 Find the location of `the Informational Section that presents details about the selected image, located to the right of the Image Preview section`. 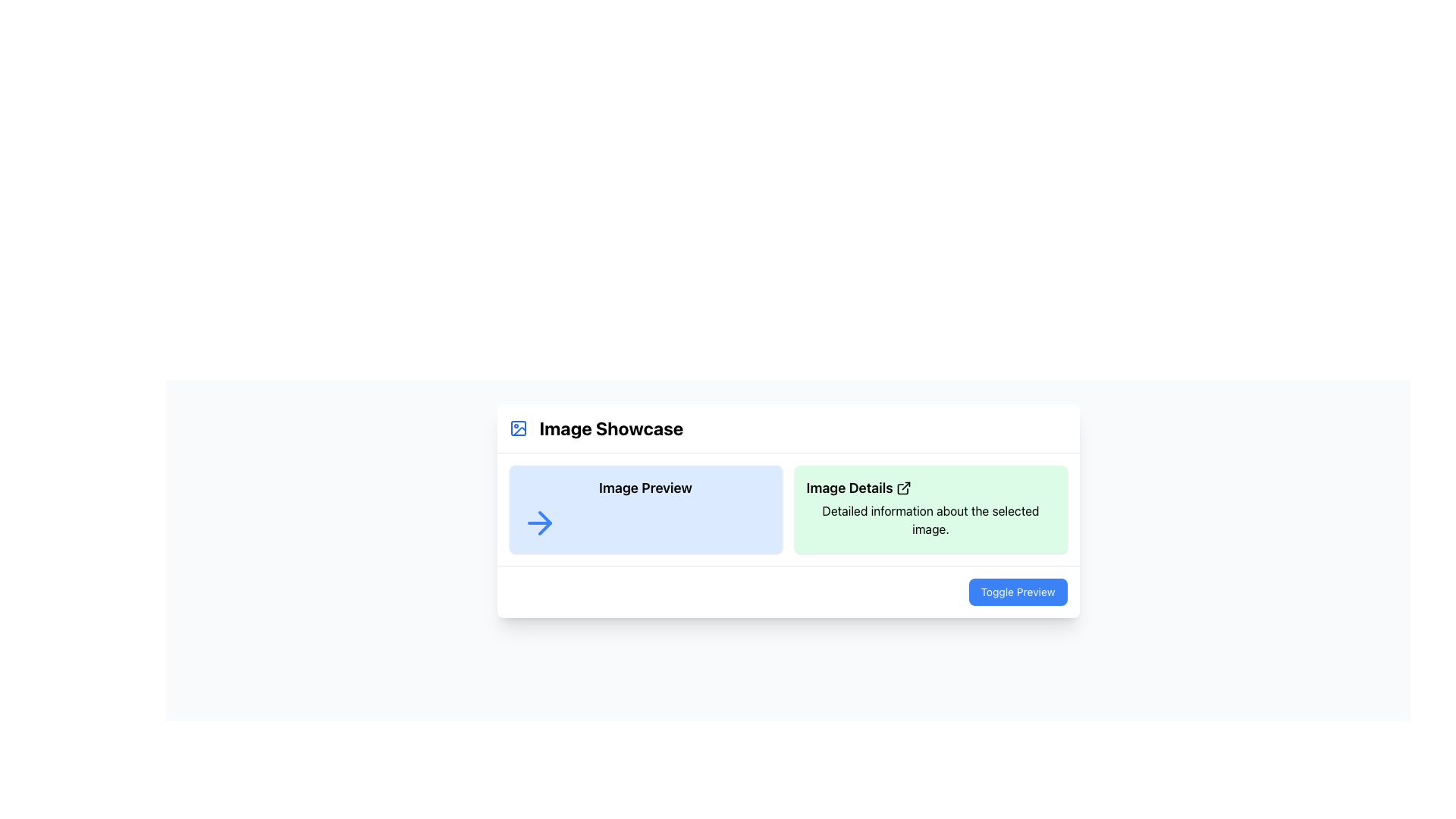

the Informational Section that presents details about the selected image, located to the right of the Image Preview section is located at coordinates (930, 509).